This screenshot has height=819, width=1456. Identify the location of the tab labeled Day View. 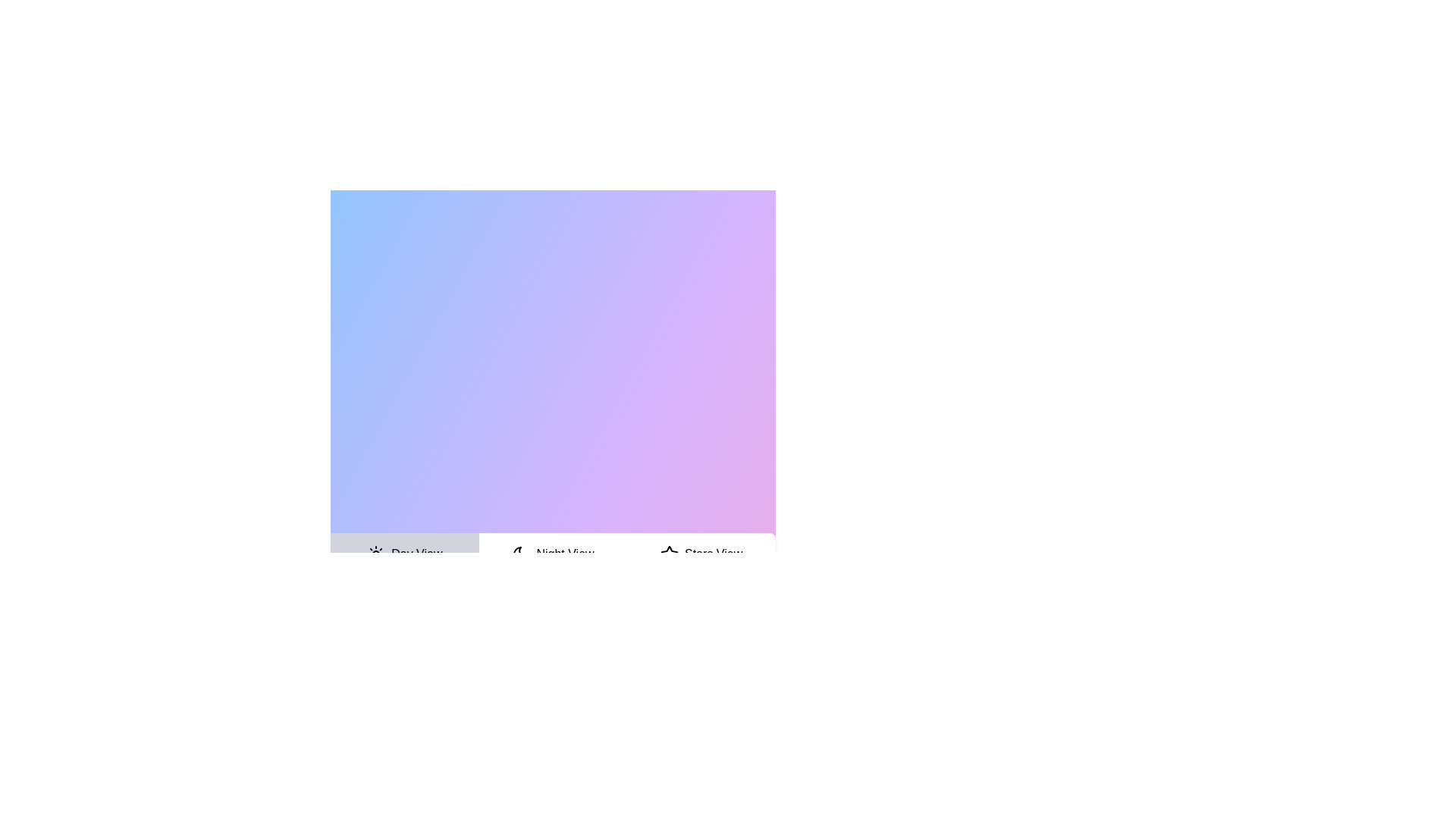
(404, 554).